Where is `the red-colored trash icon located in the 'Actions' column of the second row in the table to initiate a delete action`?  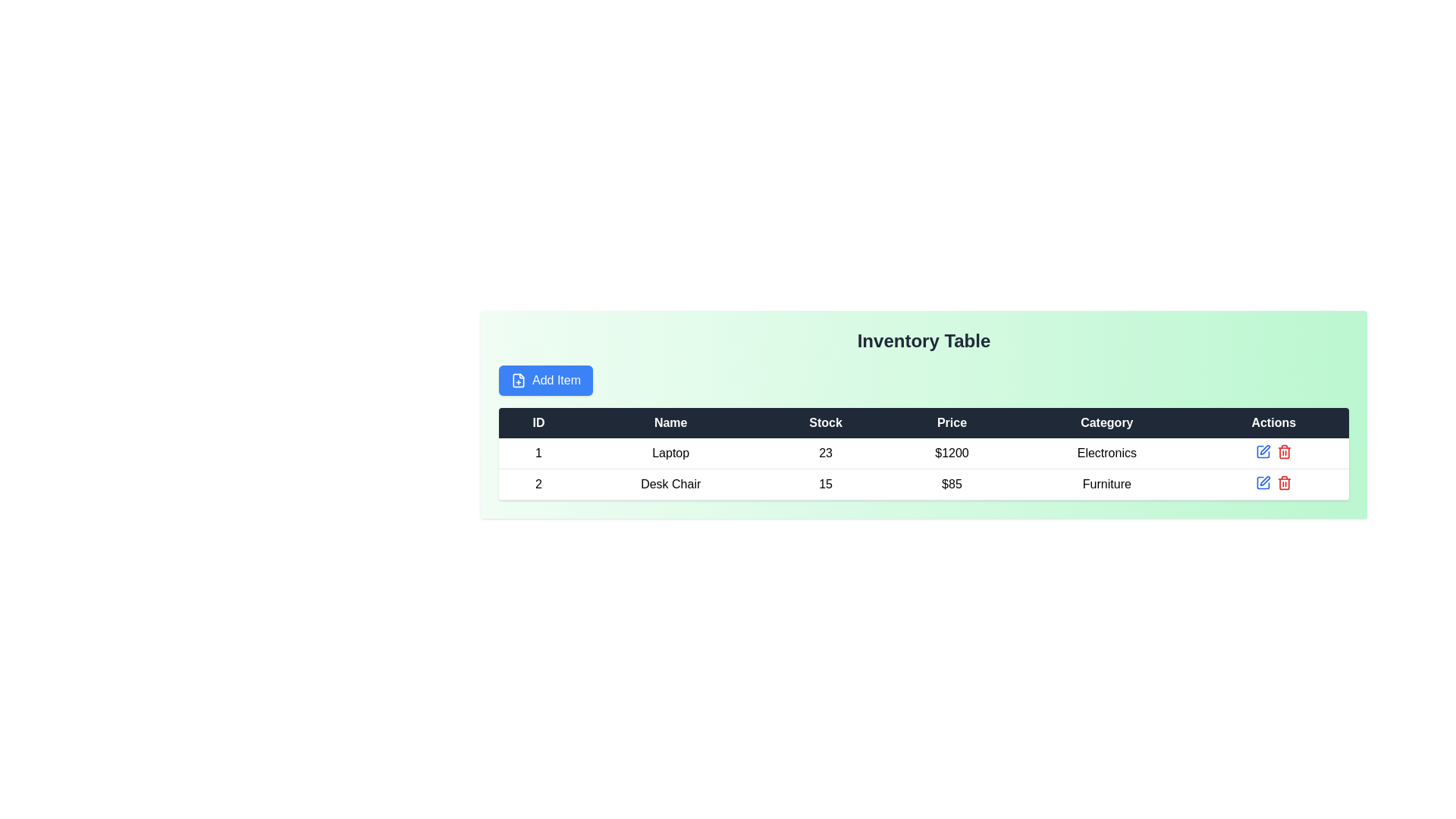
the red-colored trash icon located in the 'Actions' column of the second row in the table to initiate a delete action is located at coordinates (1283, 451).